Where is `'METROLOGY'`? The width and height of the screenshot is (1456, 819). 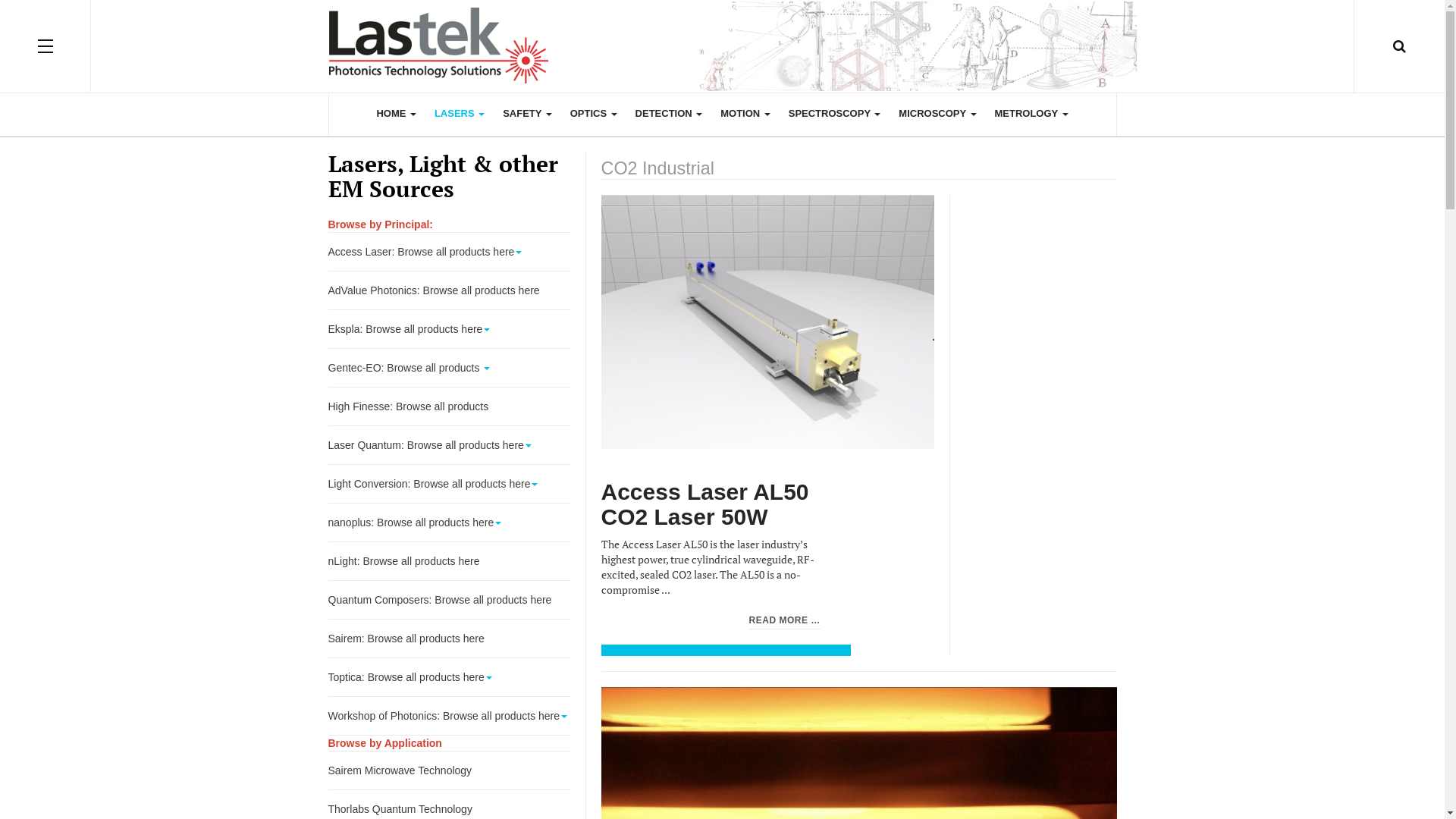
'METROLOGY' is located at coordinates (1031, 113).